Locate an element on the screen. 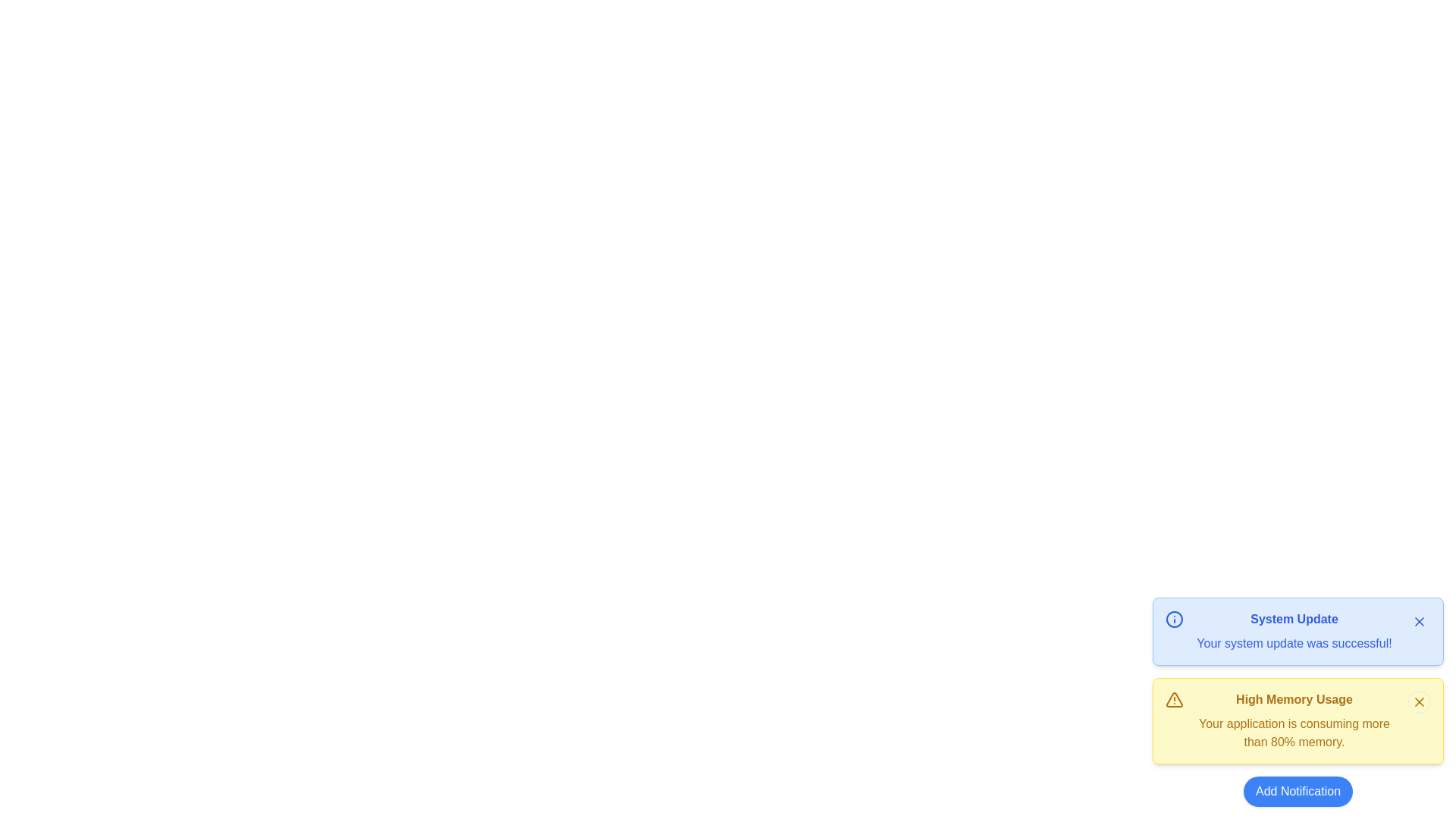 Image resolution: width=1456 pixels, height=819 pixels. text content displayed in the text component that shows 'Your application is consuming more than 80% memory.' within the yellow notification box titled 'High Memory Usage' is located at coordinates (1294, 733).